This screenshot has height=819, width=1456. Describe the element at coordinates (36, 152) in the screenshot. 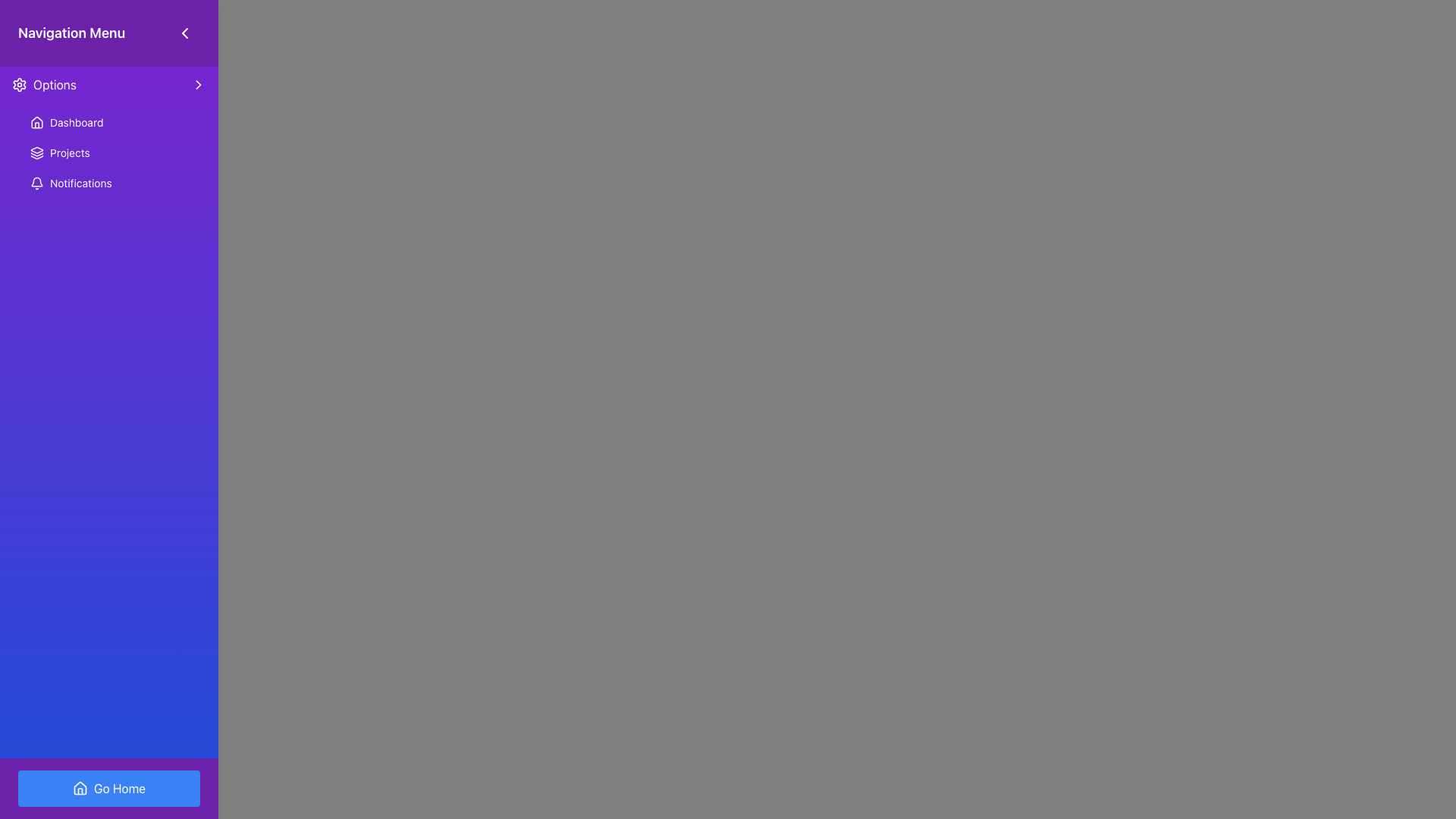

I see `the 'Projects' icon in the navigation menu` at that location.